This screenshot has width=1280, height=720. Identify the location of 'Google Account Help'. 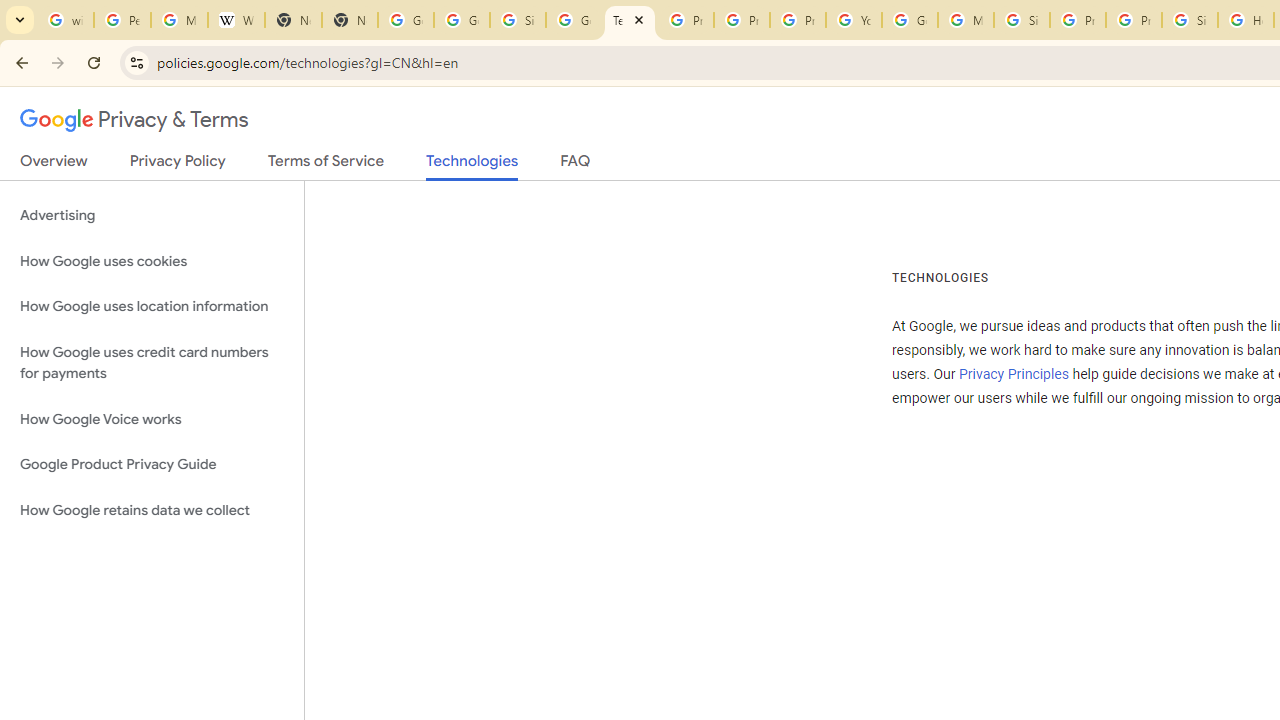
(909, 20).